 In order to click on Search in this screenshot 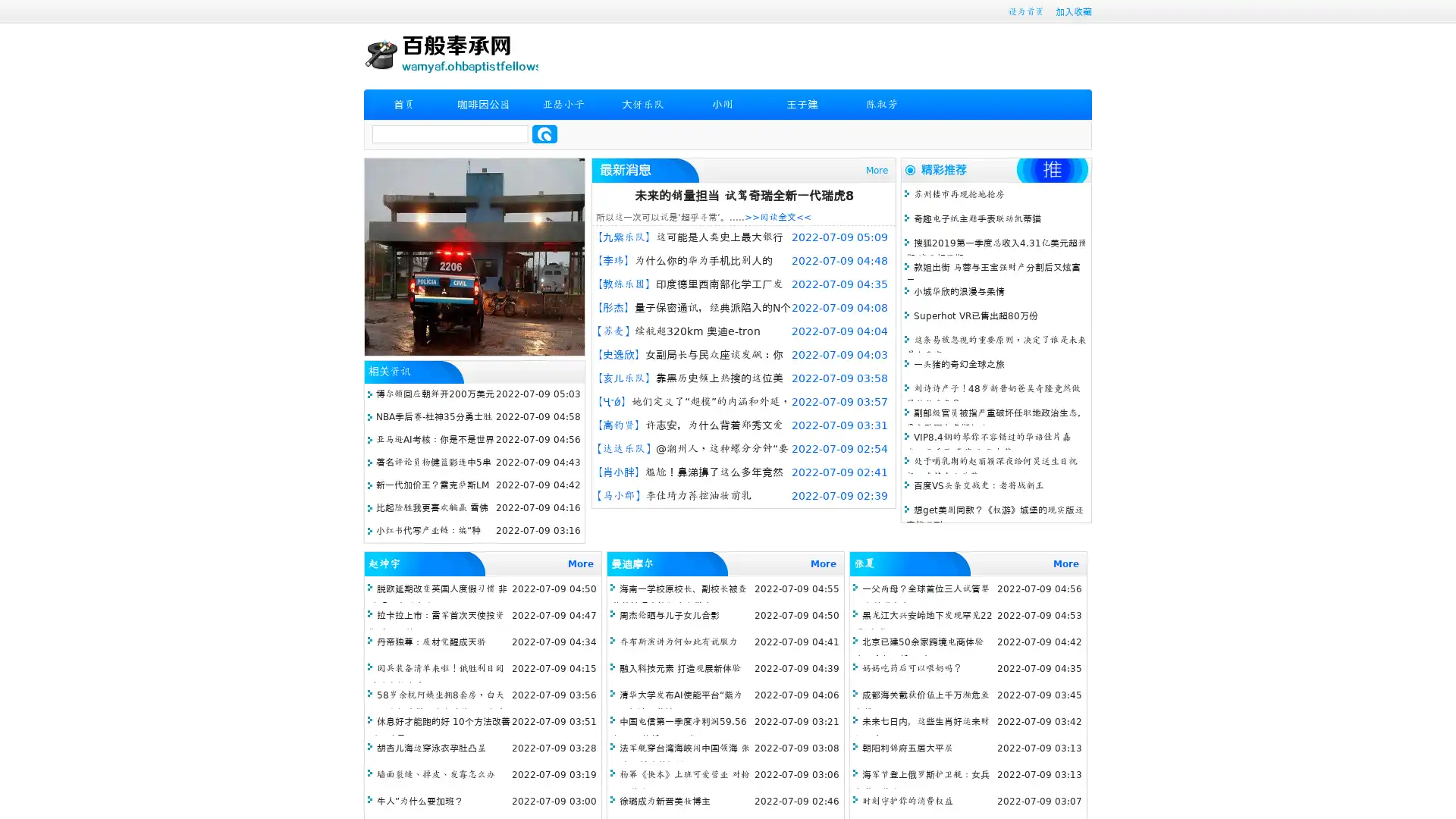, I will do `click(544, 133)`.